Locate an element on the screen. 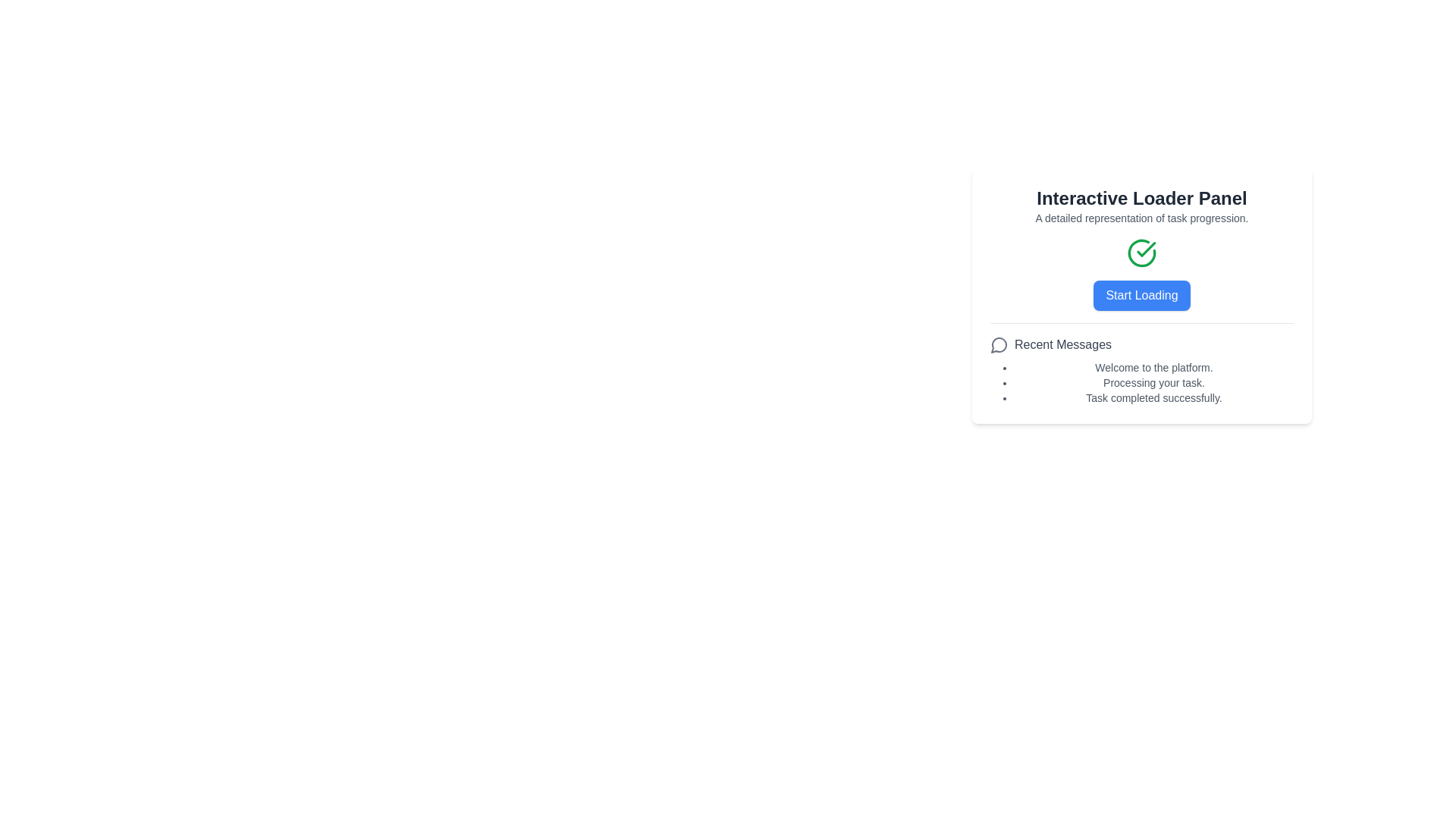 The width and height of the screenshot is (1456, 819). text snippet displaying 'Welcome to the platform.' which is the first item in the 'Recent Messages' panel is located at coordinates (1153, 368).